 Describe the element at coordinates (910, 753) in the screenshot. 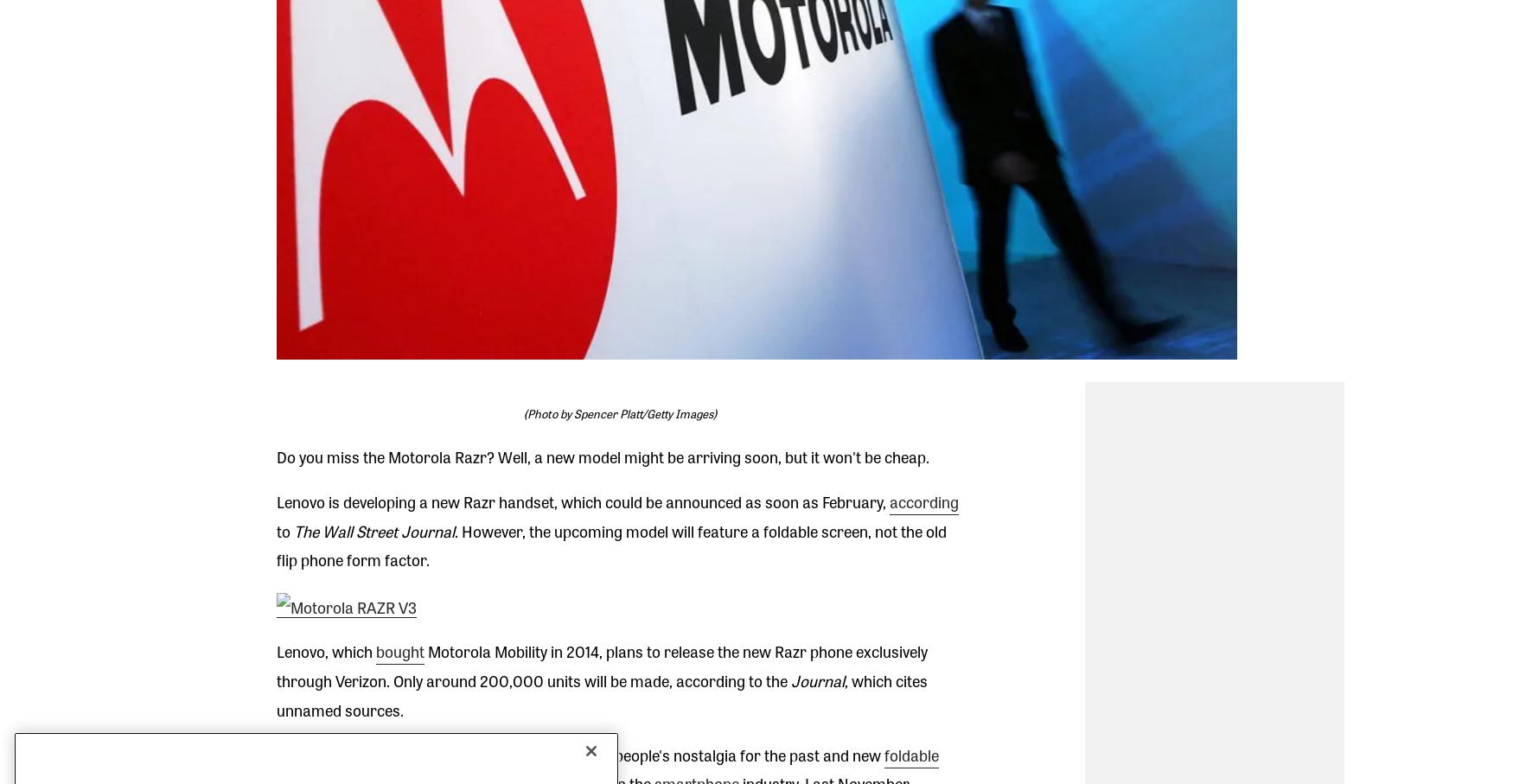

I see `'foldable'` at that location.